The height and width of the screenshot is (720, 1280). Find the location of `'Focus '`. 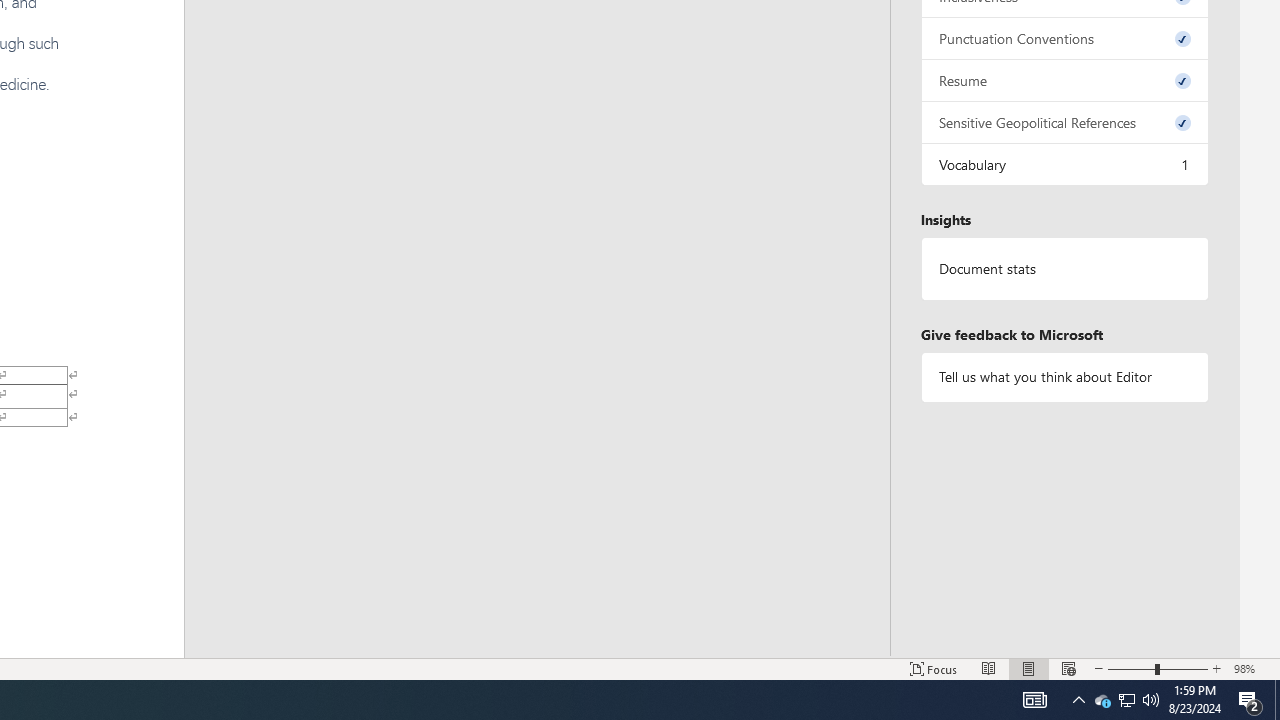

'Focus ' is located at coordinates (933, 669).